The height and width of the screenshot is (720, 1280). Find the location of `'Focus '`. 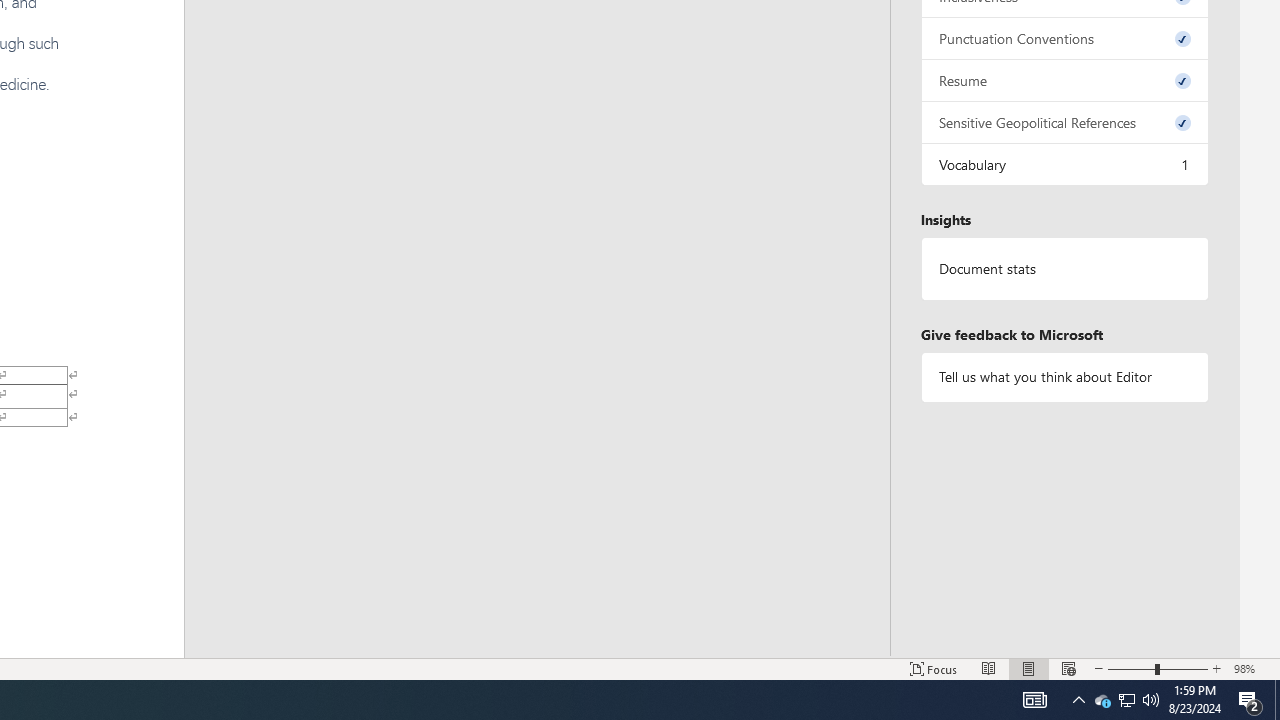

'Focus ' is located at coordinates (933, 669).